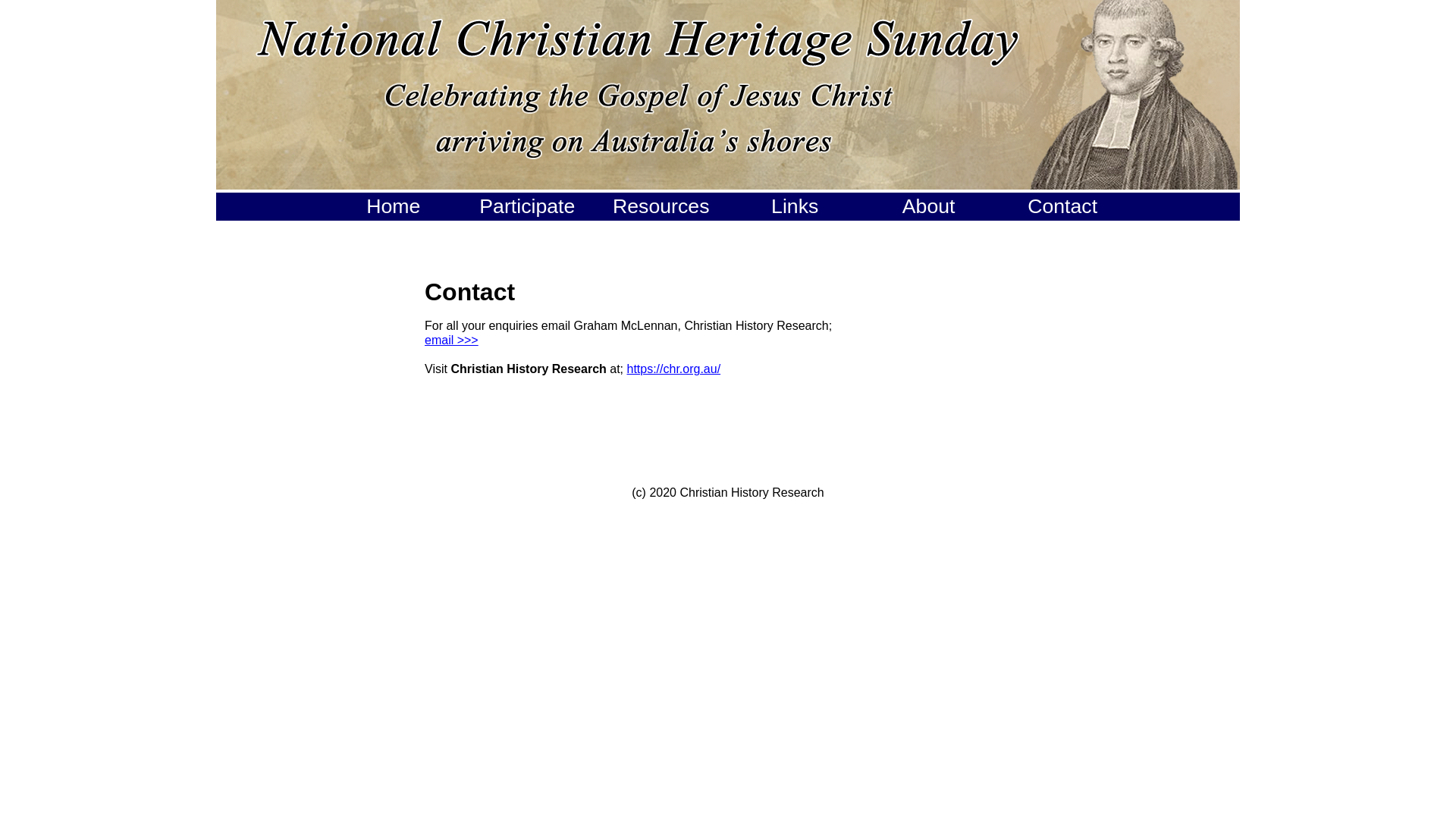 The width and height of the screenshot is (1456, 819). I want to click on 'Home', so click(393, 206).